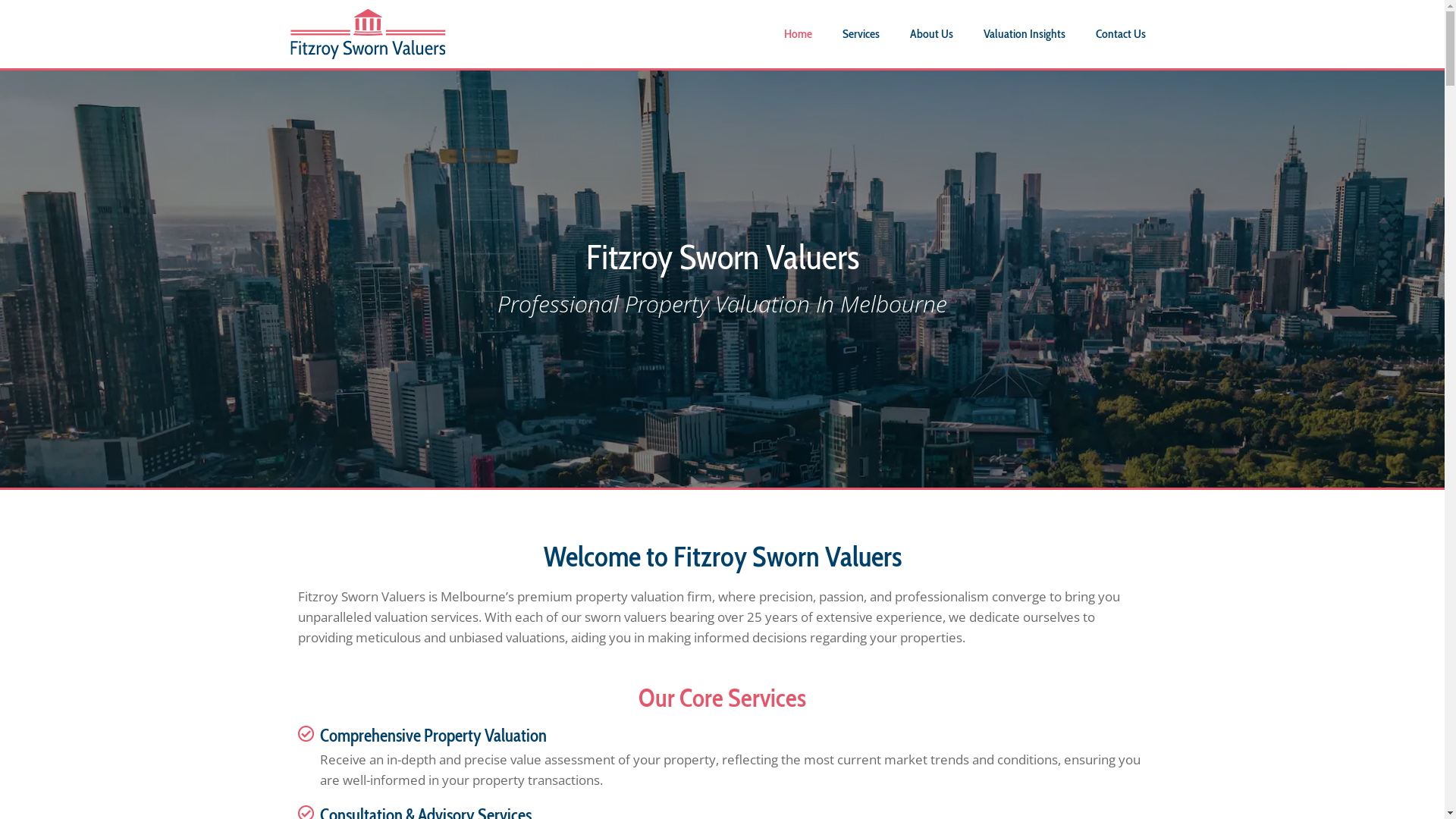 This screenshot has height=819, width=1456. What do you see at coordinates (1121, 34) in the screenshot?
I see `'Contact Us'` at bounding box center [1121, 34].